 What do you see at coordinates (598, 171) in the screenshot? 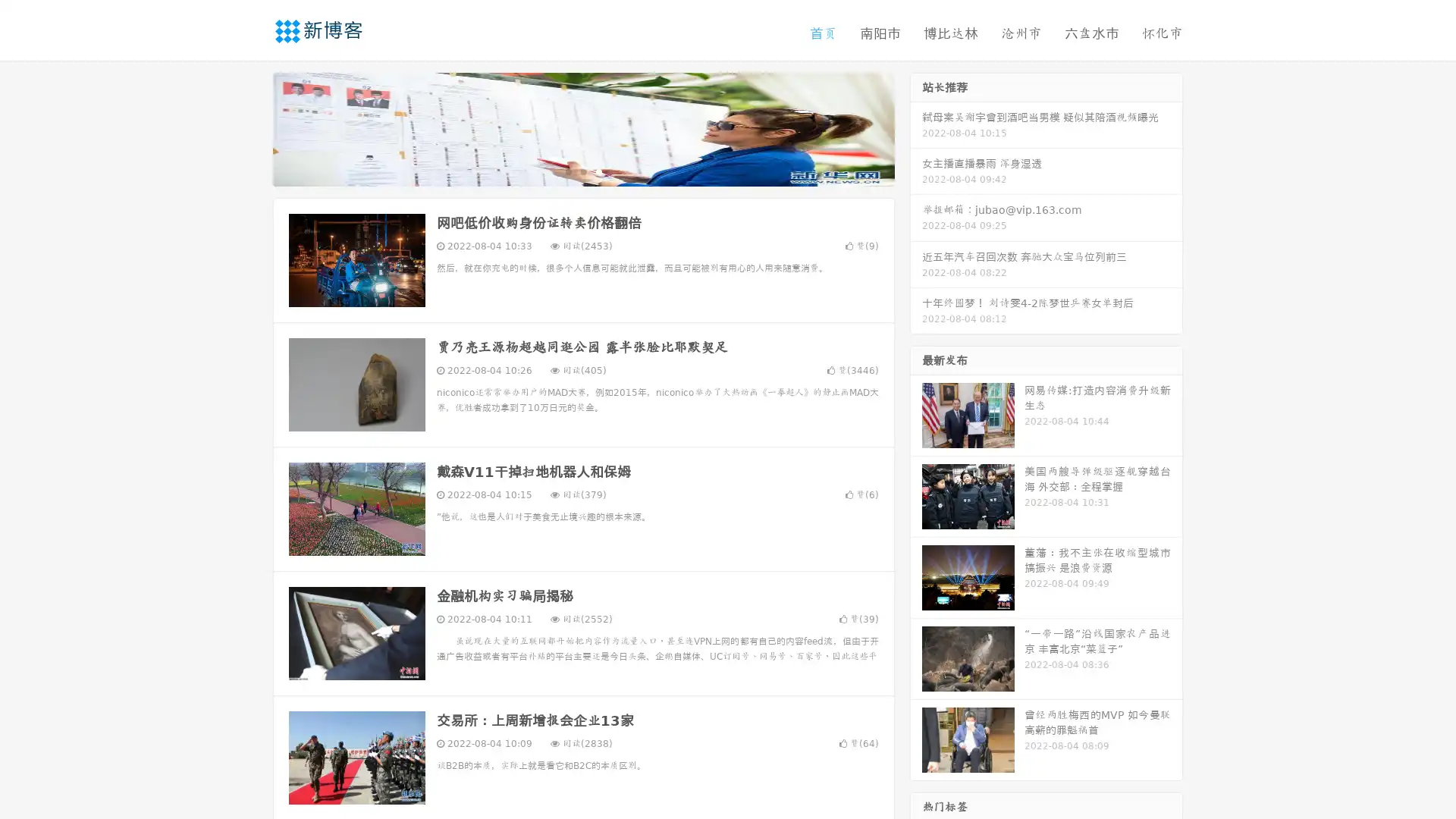
I see `Go to slide 3` at bounding box center [598, 171].